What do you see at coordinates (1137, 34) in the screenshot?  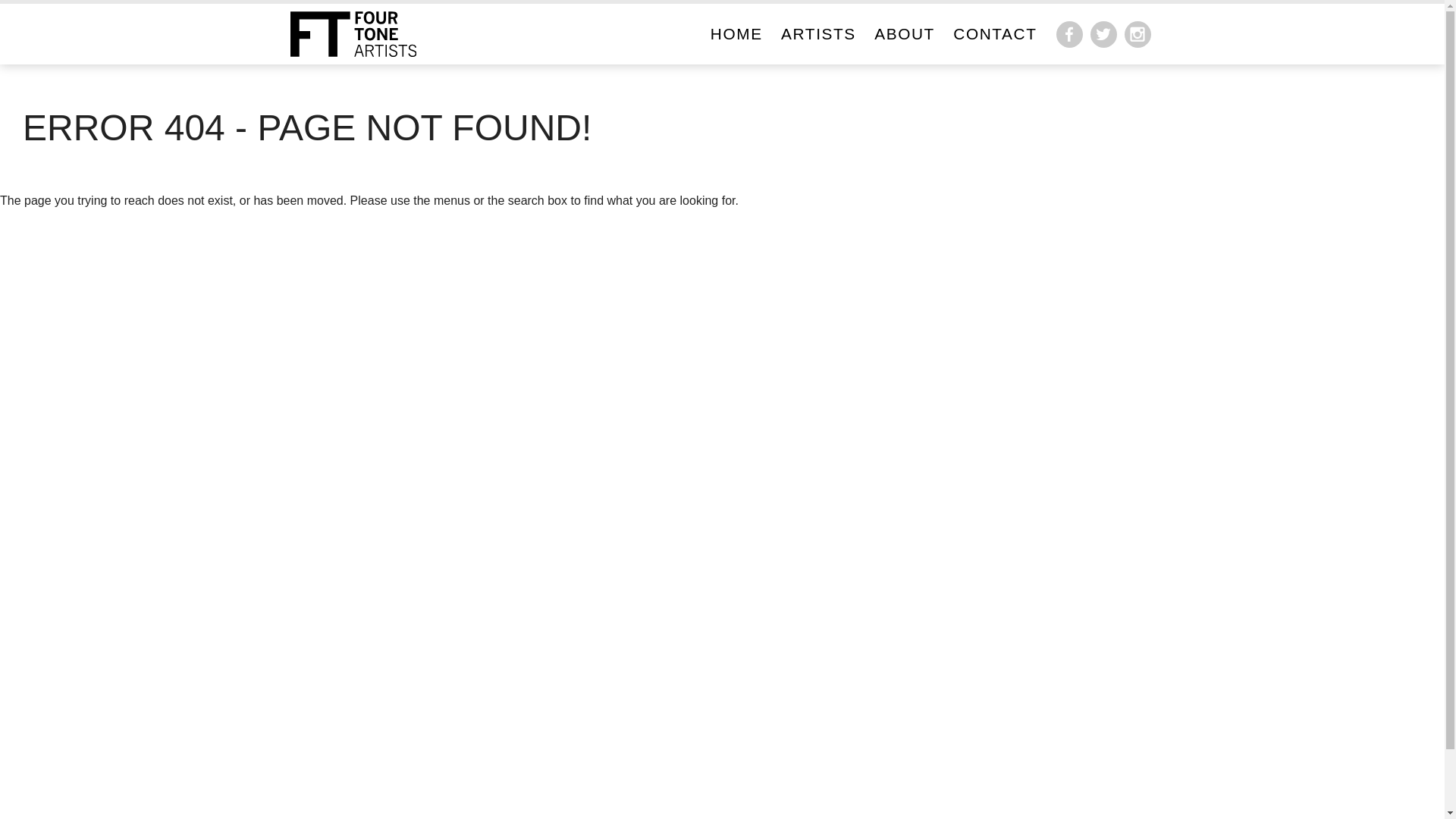 I see `'Click to visit: Instagram'` at bounding box center [1137, 34].